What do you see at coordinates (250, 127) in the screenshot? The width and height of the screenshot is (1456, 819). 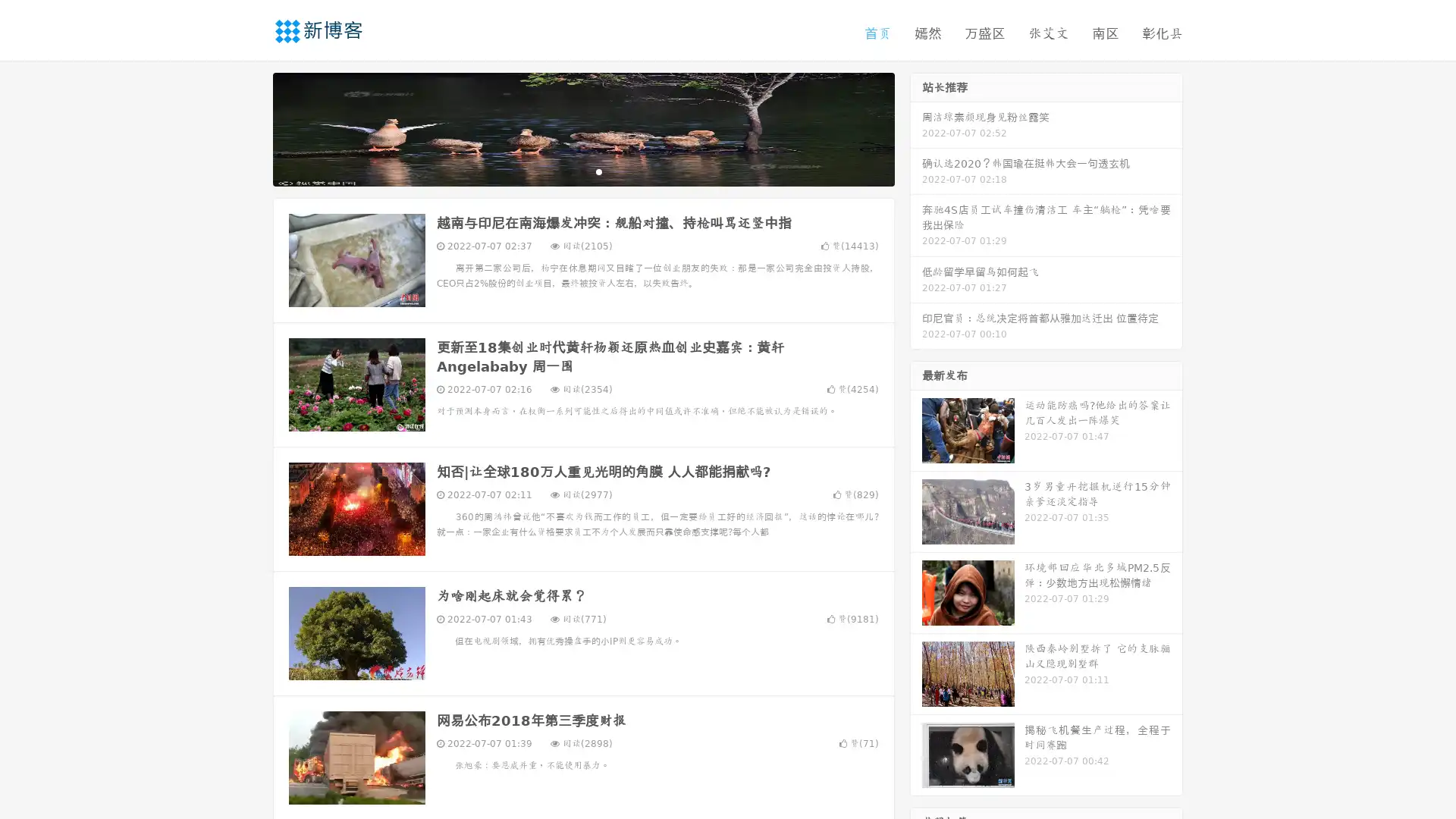 I see `Previous slide` at bounding box center [250, 127].